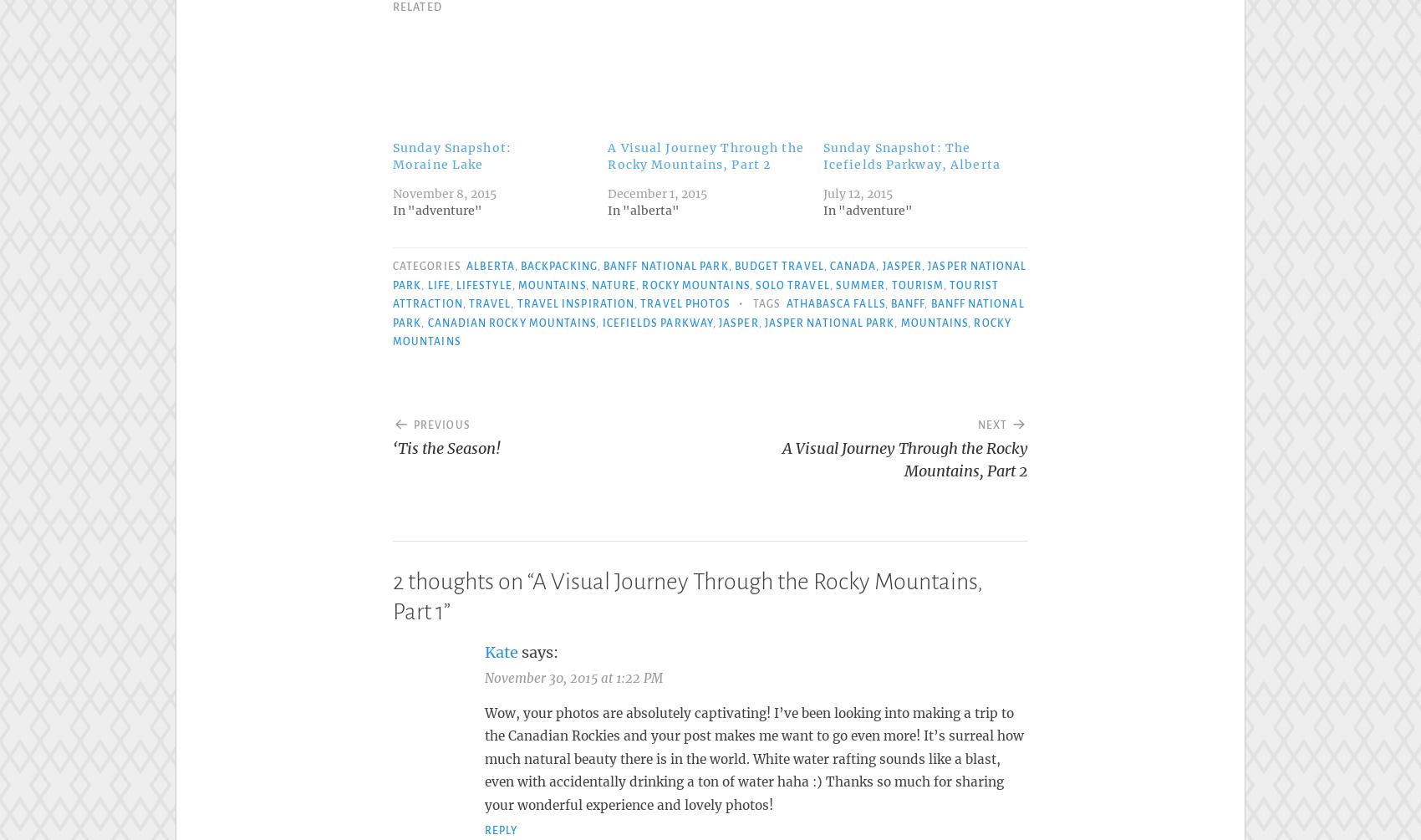 Image resolution: width=1421 pixels, height=840 pixels. Describe the element at coordinates (428, 261) in the screenshot. I see `'Categories'` at that location.